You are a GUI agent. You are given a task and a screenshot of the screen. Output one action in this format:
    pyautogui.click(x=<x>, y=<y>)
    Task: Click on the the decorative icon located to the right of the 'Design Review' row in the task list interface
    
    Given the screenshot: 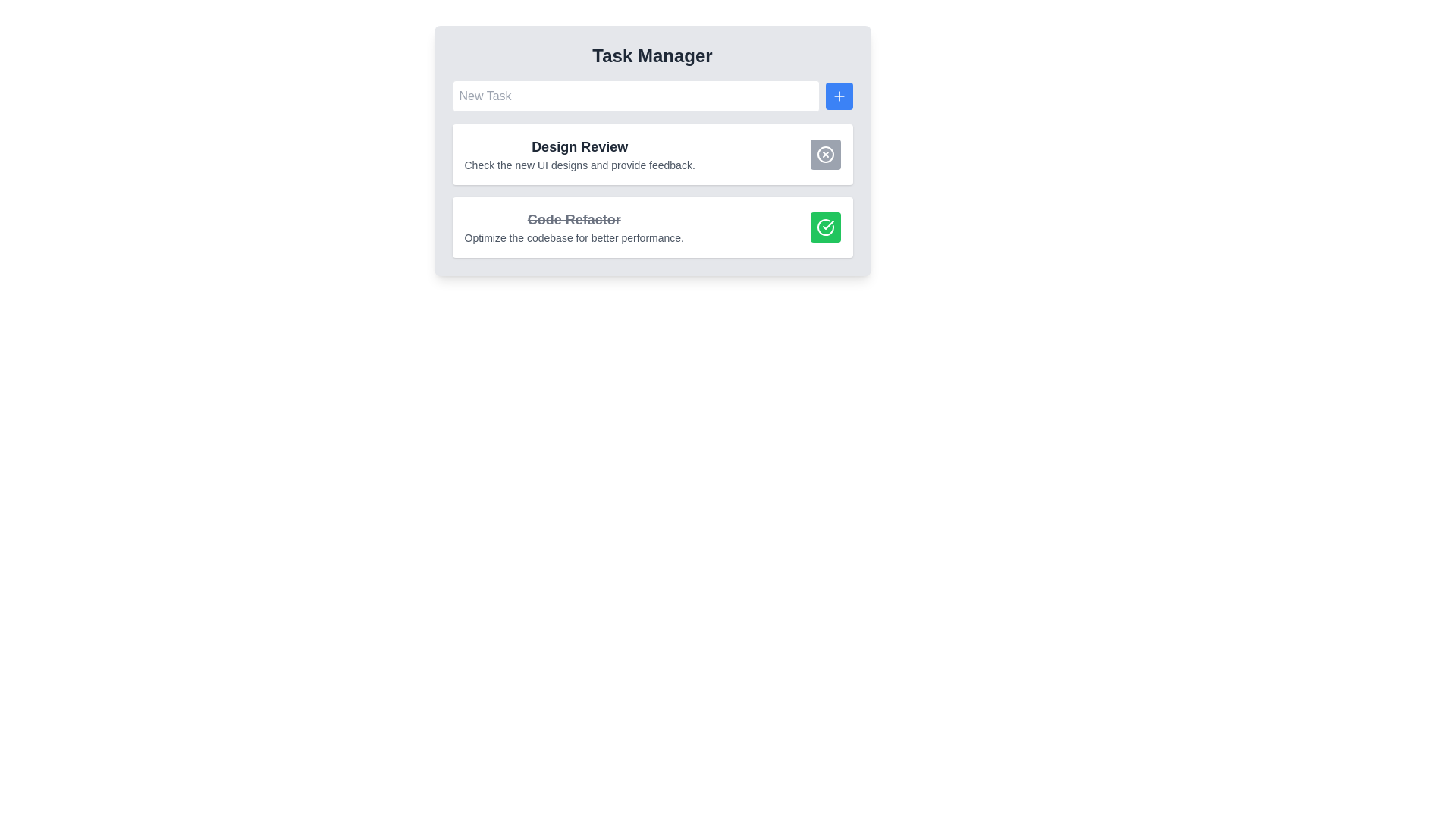 What is the action you would take?
    pyautogui.click(x=824, y=155)
    